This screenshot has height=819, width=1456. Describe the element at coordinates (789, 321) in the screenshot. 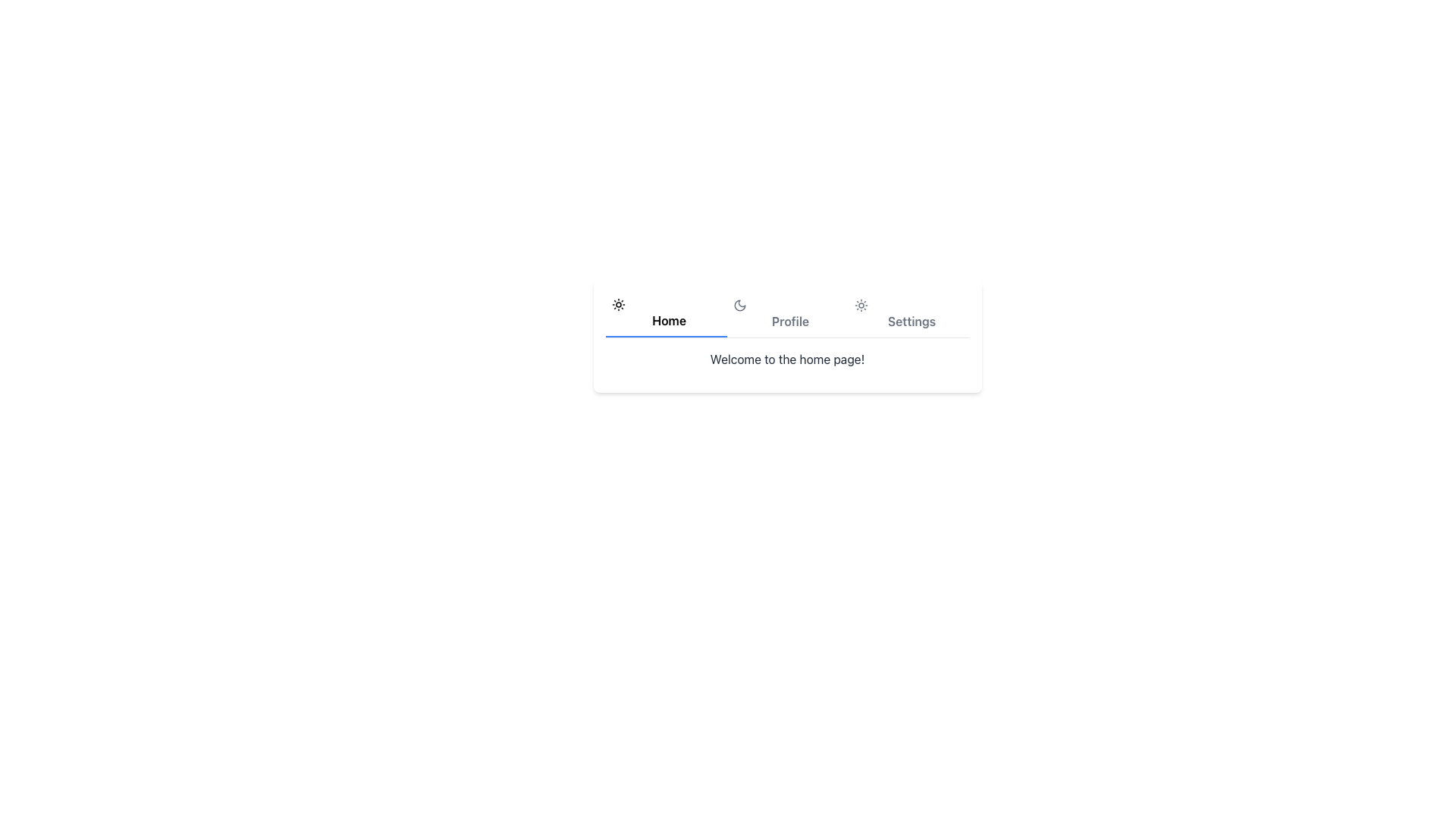

I see `the 'Profile' text label, which is displayed in medium-sized gray sans-serif font, located centrally in the navigation menu between 'Home' and 'Settings'` at that location.